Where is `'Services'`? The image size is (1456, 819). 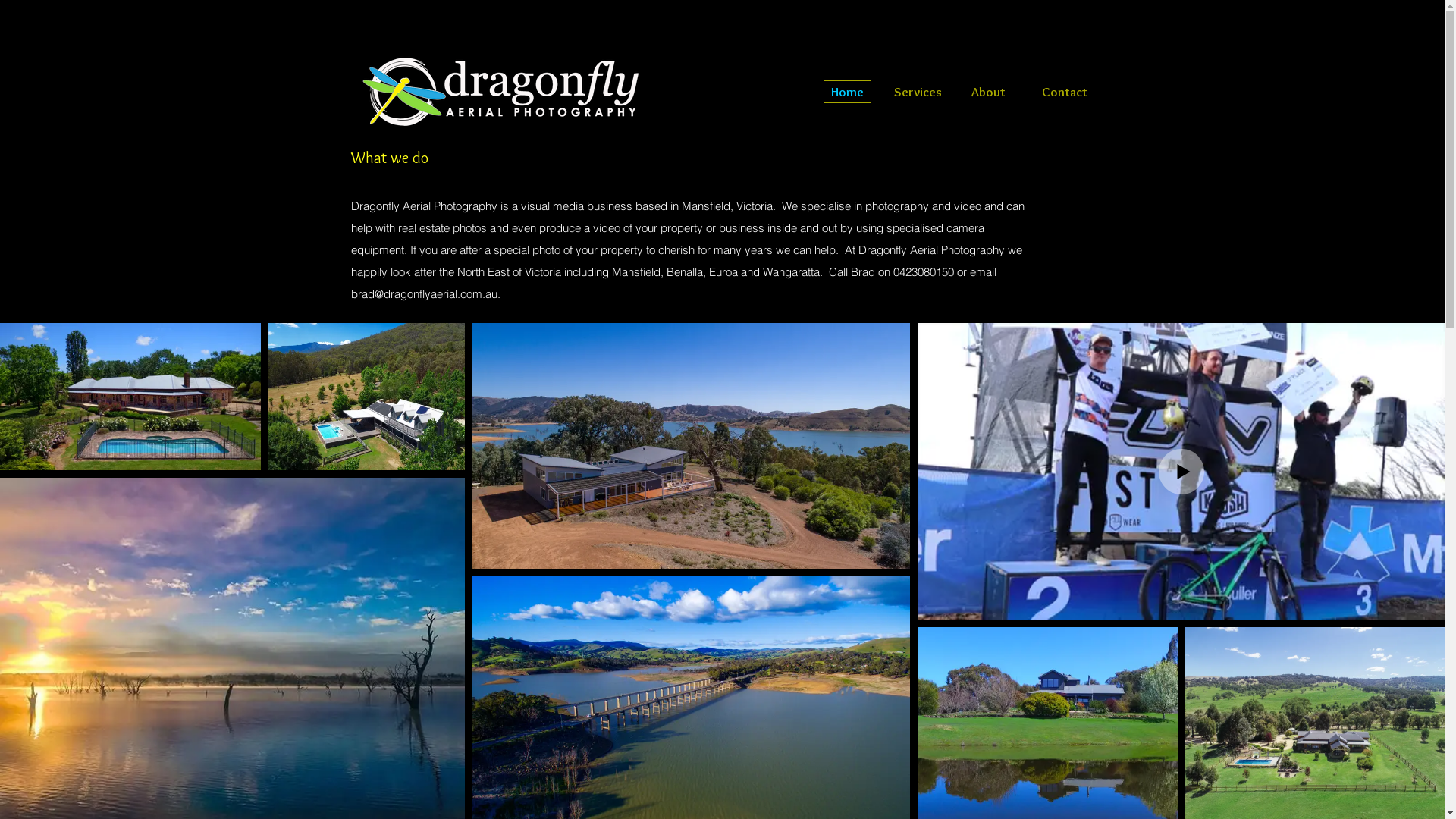
'Services' is located at coordinates (882, 91).